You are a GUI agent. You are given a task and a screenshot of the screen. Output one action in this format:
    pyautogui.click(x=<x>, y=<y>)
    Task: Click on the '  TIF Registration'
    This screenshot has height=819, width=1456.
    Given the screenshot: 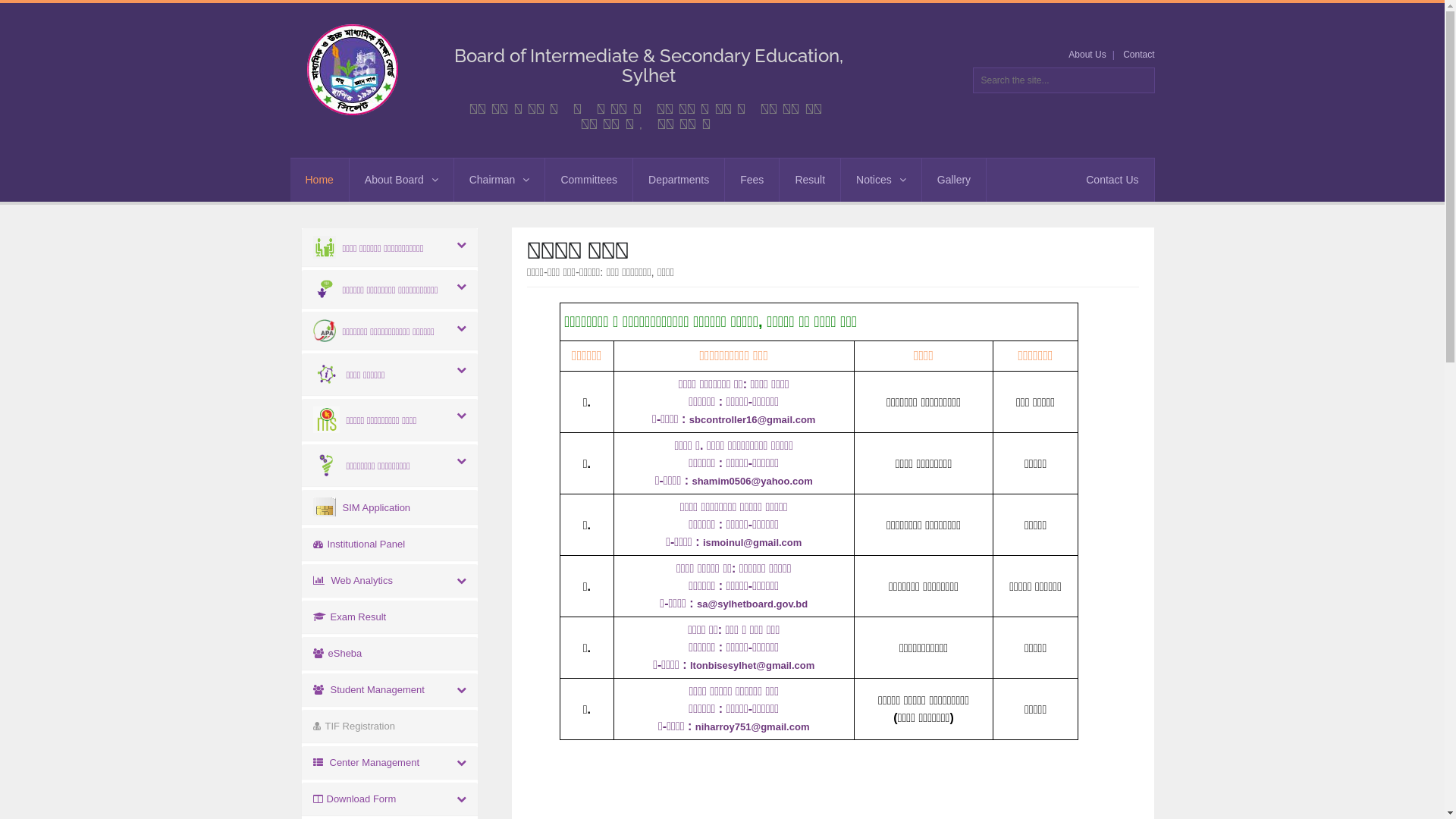 What is the action you would take?
    pyautogui.click(x=312, y=725)
    